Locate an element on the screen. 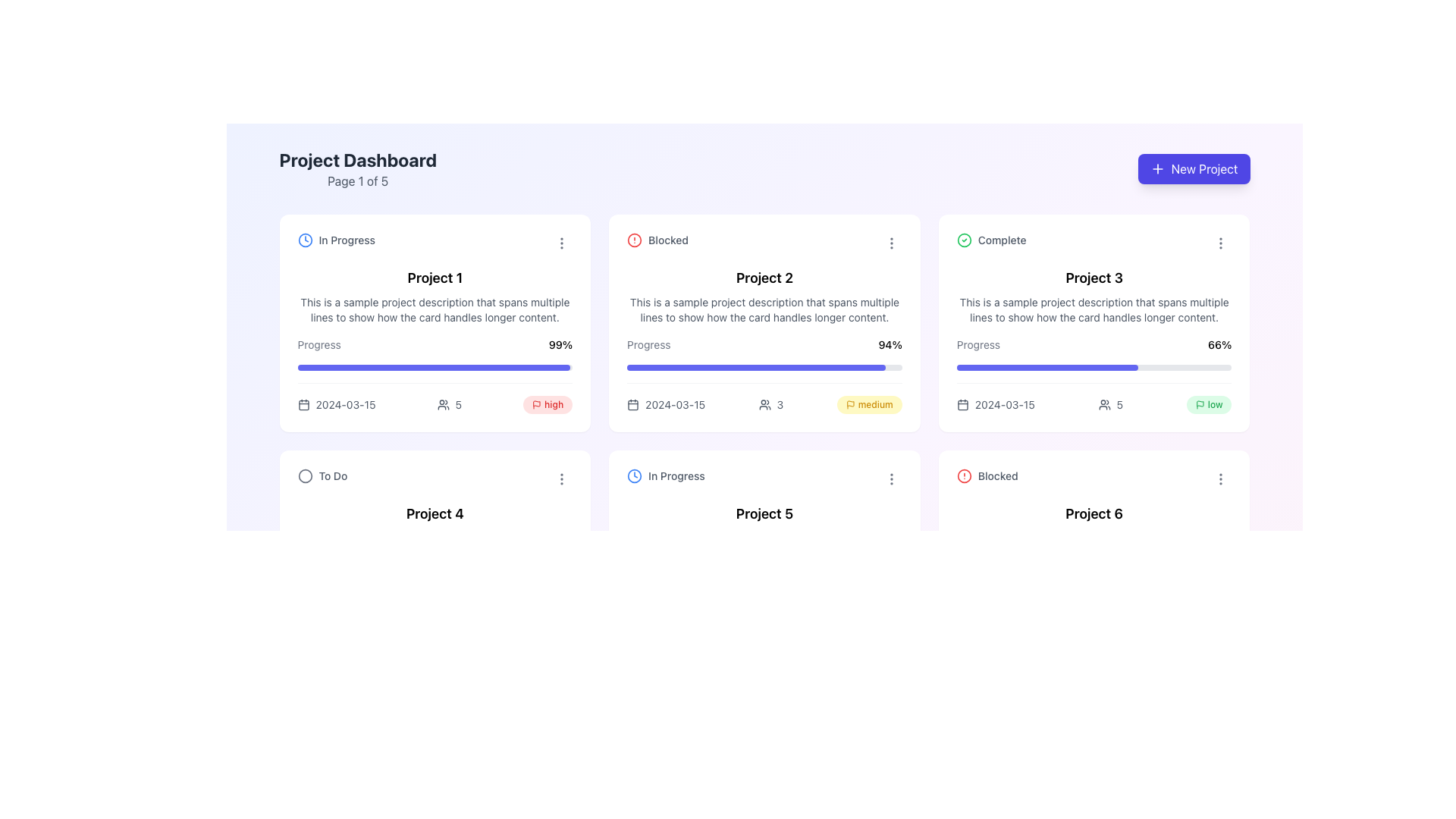 The image size is (1456, 819). the text label that serves as a heading or title for a specific project or task, located centrally in the card under the 'To Do' column is located at coordinates (434, 513).